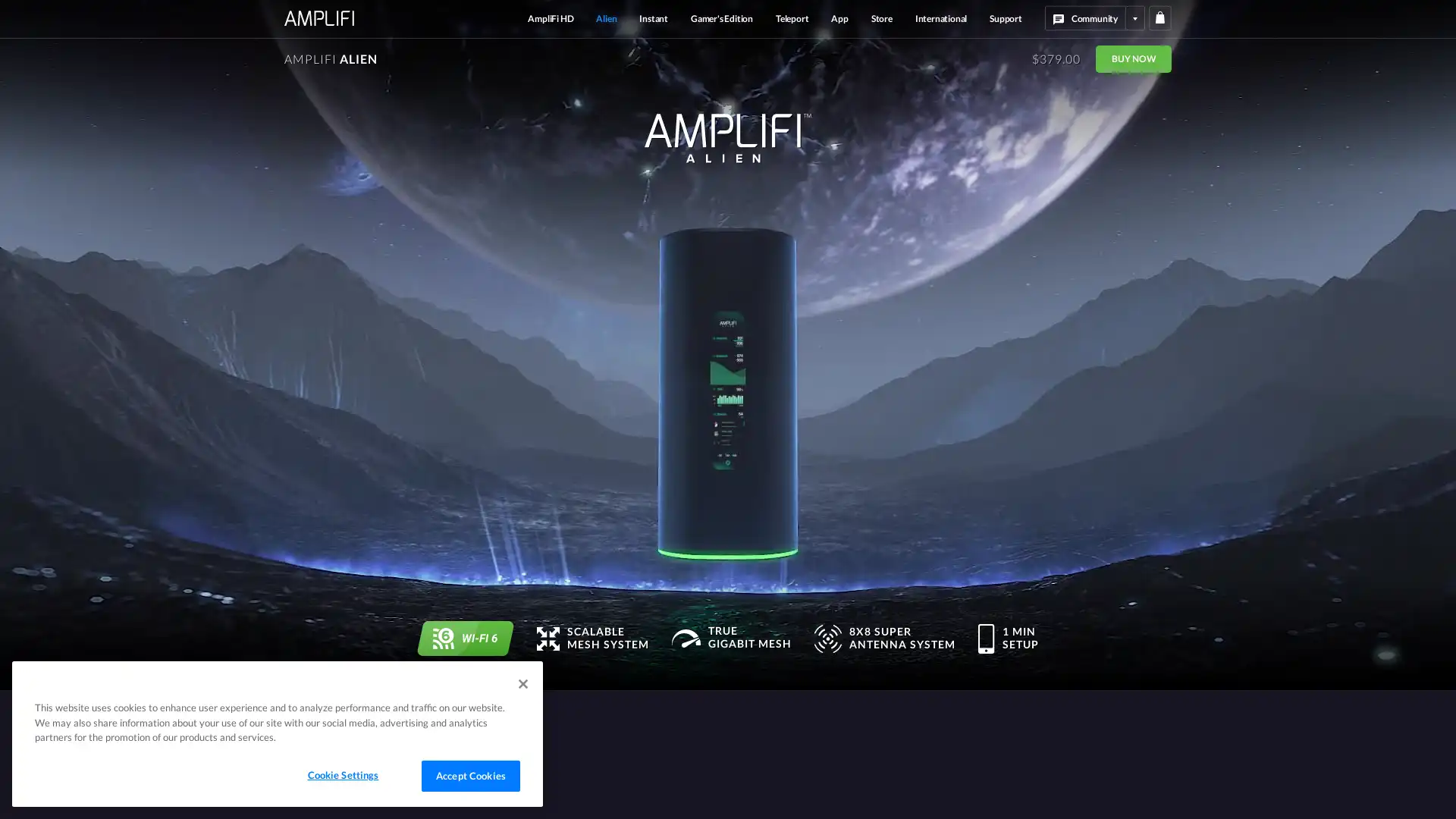 The width and height of the screenshot is (1456, 819). Describe the element at coordinates (523, 683) in the screenshot. I see `Close` at that location.